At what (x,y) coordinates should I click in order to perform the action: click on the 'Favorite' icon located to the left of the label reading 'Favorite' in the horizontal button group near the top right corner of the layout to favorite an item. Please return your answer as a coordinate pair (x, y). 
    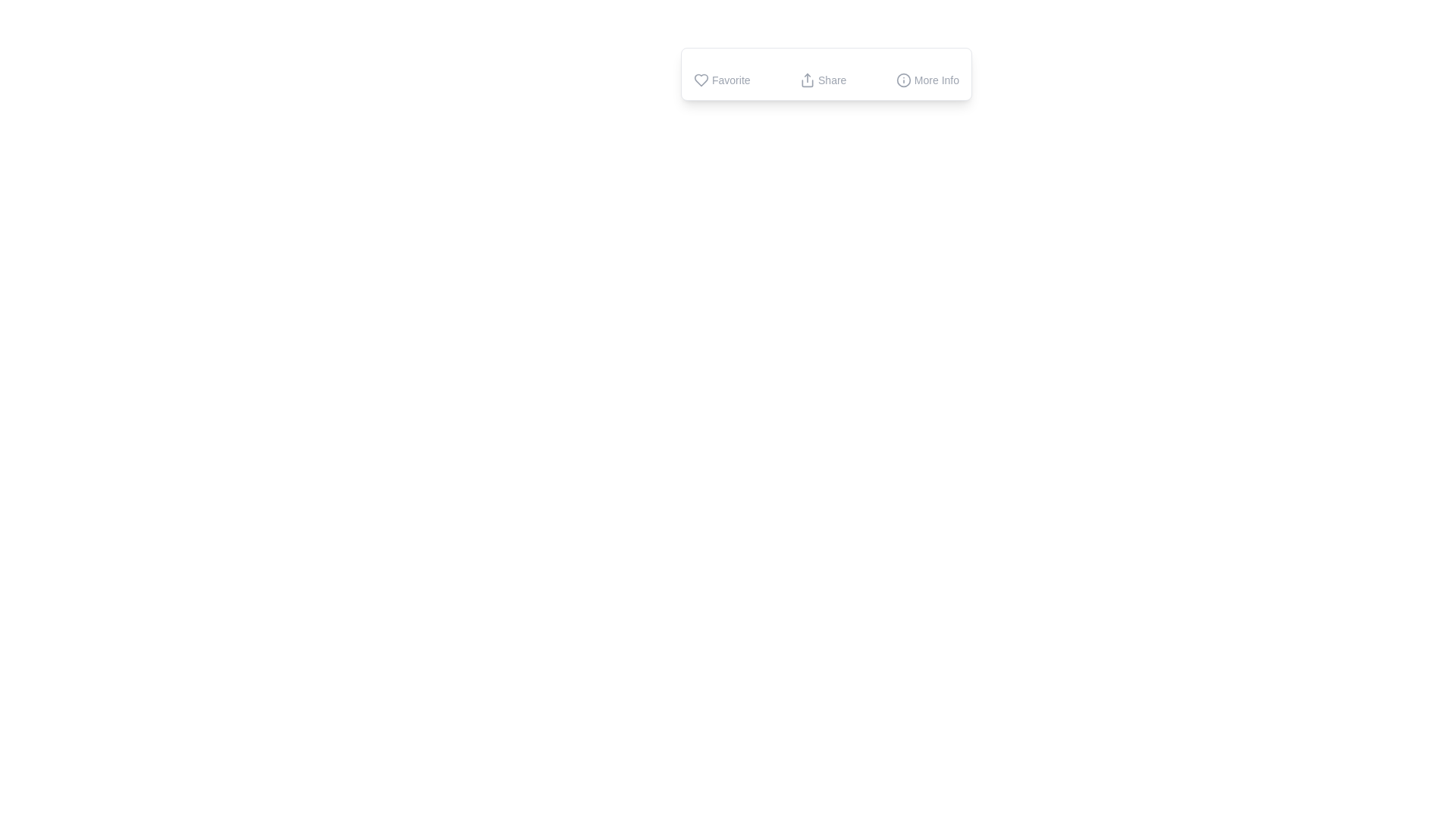
    Looking at the image, I should click on (701, 80).